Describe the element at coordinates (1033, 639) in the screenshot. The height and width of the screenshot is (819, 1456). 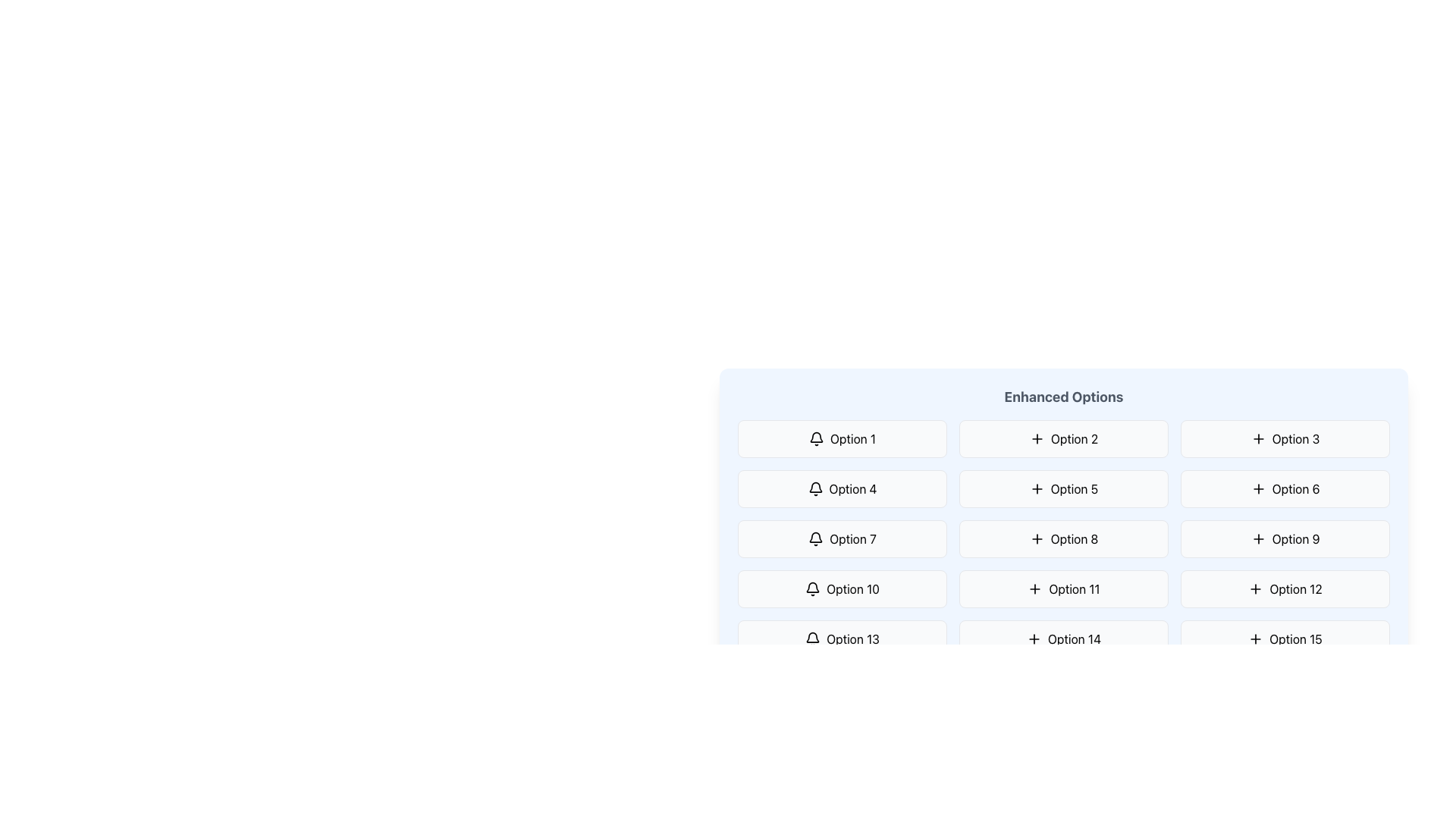
I see `the add icon button located within the 'Option 14' button, which features a thin gray plus sign with rounded ends, positioned near the center of the button` at that location.